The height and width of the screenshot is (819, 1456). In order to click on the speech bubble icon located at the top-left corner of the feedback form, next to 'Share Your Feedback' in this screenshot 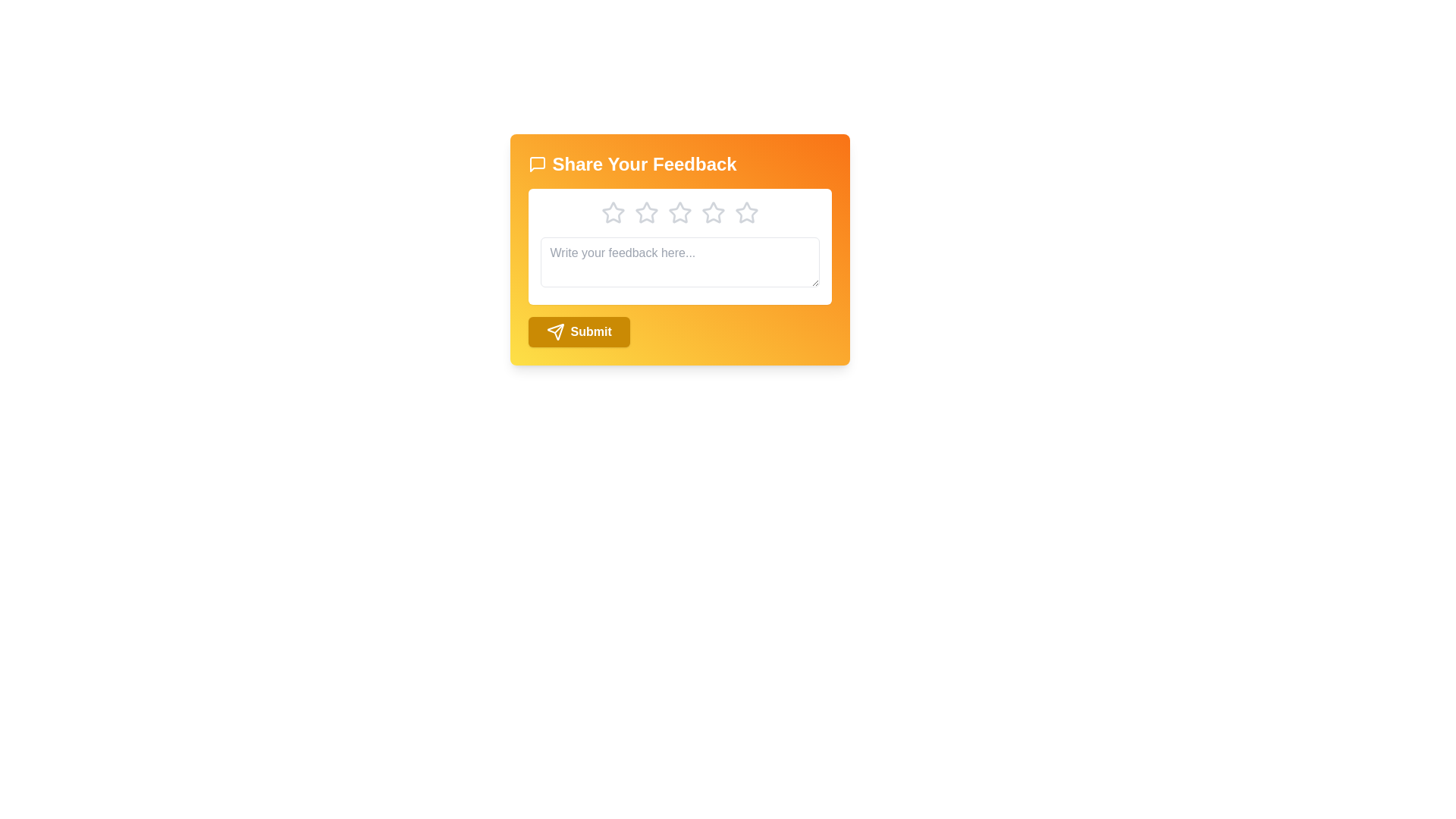, I will do `click(537, 164)`.